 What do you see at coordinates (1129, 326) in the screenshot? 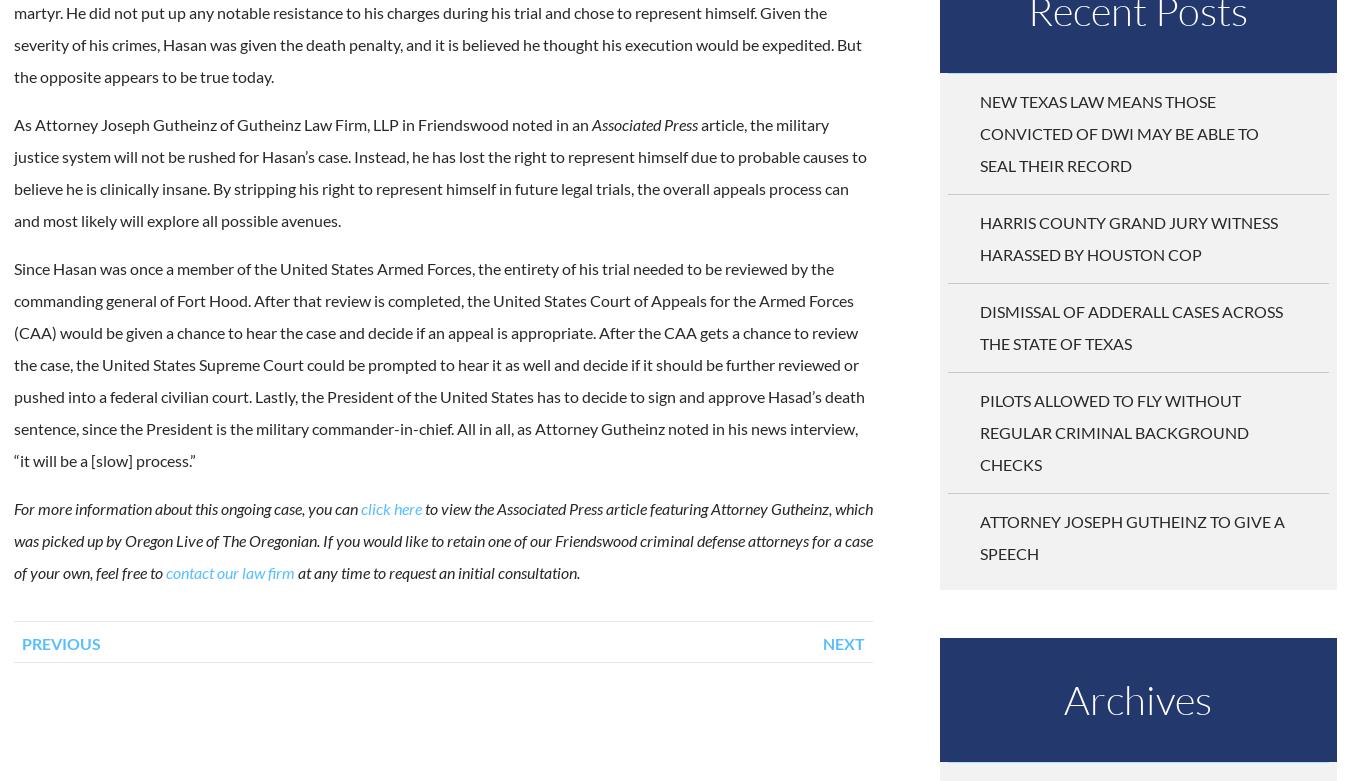
I see `'Dismissal of Adderall Cases Across the State Of Texas'` at bounding box center [1129, 326].